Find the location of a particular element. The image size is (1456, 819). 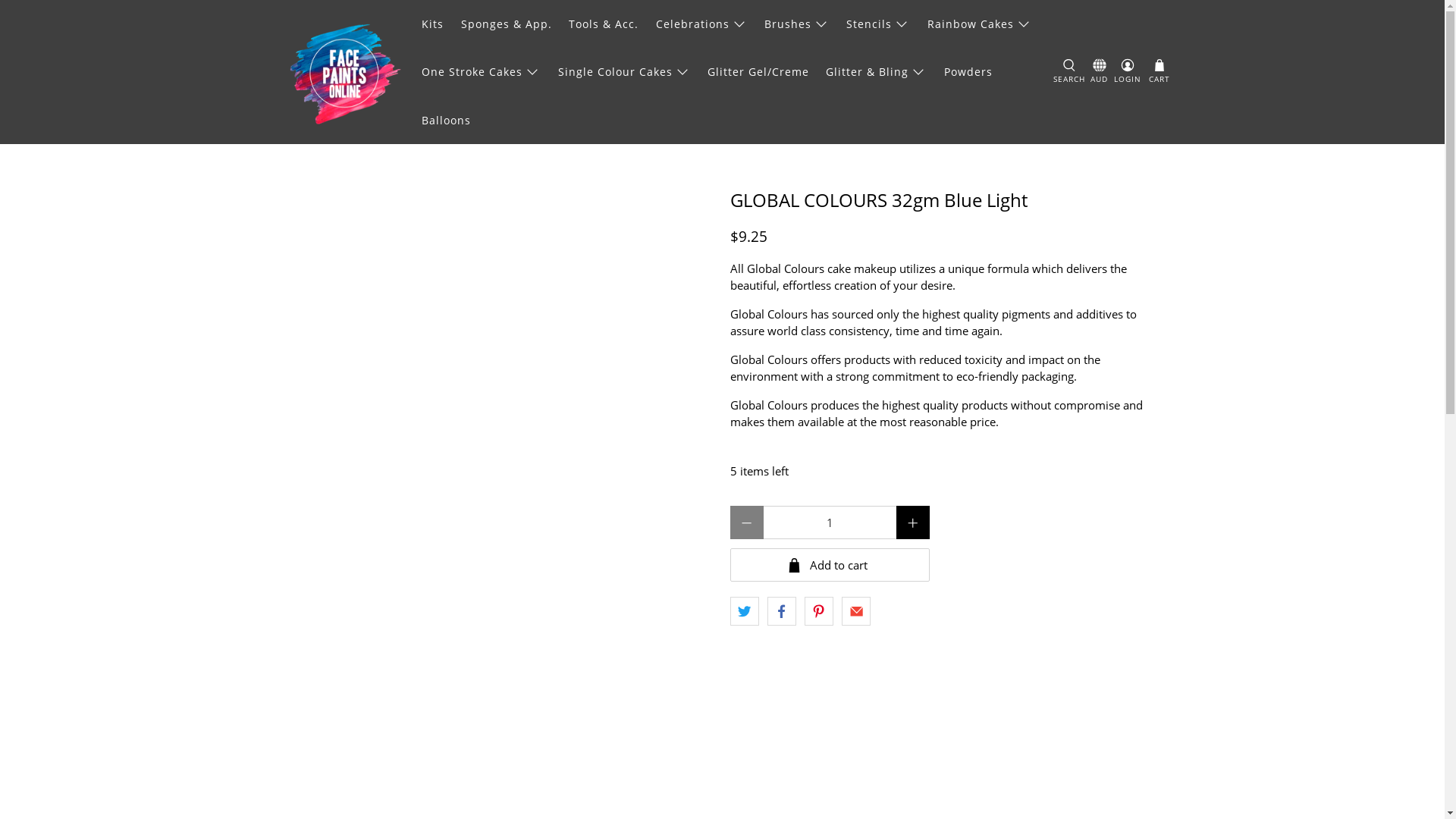

'Face Paints Online' is located at coordinates (344, 72).